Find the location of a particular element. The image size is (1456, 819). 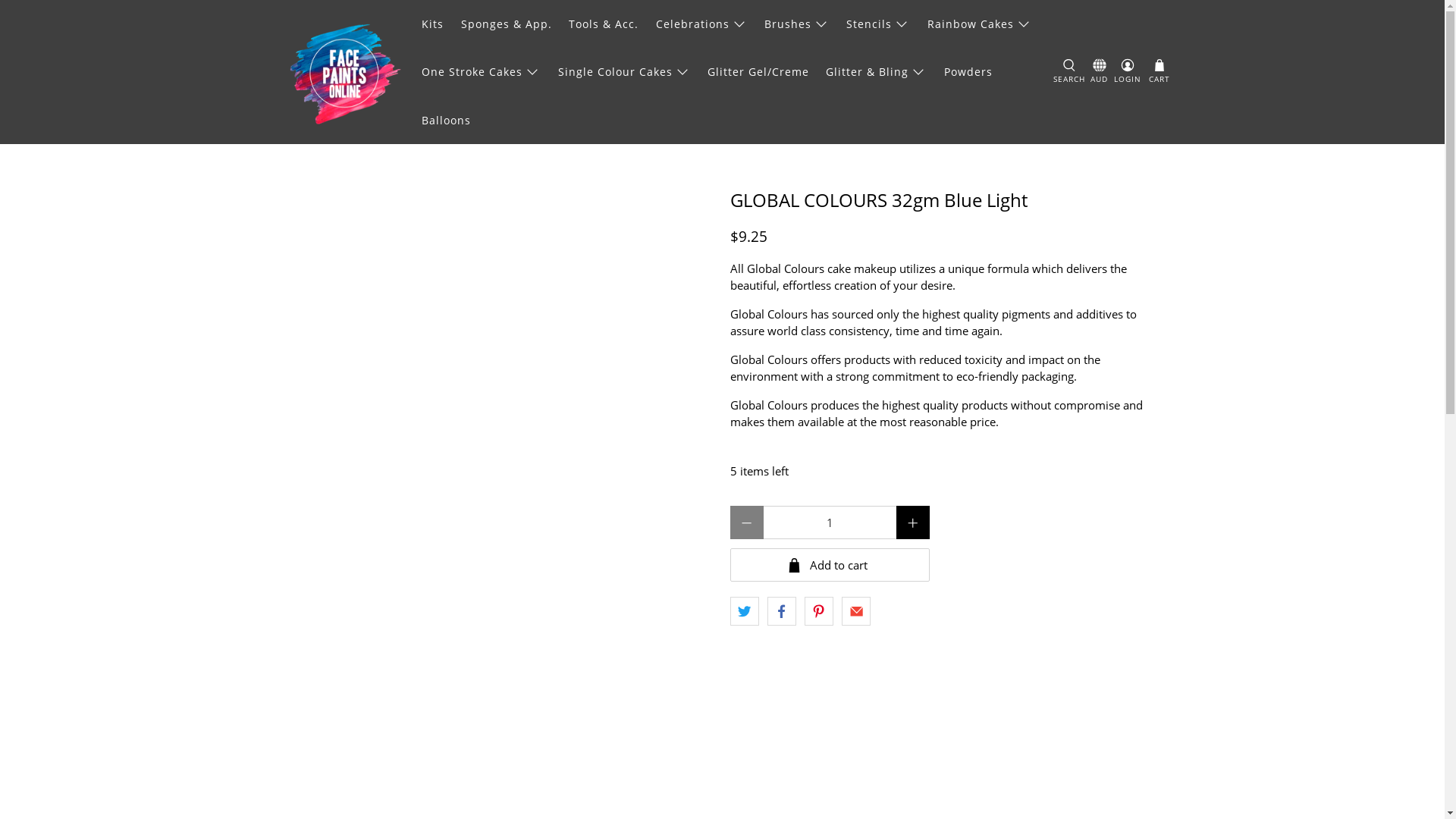

'Face Paints Online' is located at coordinates (344, 72).